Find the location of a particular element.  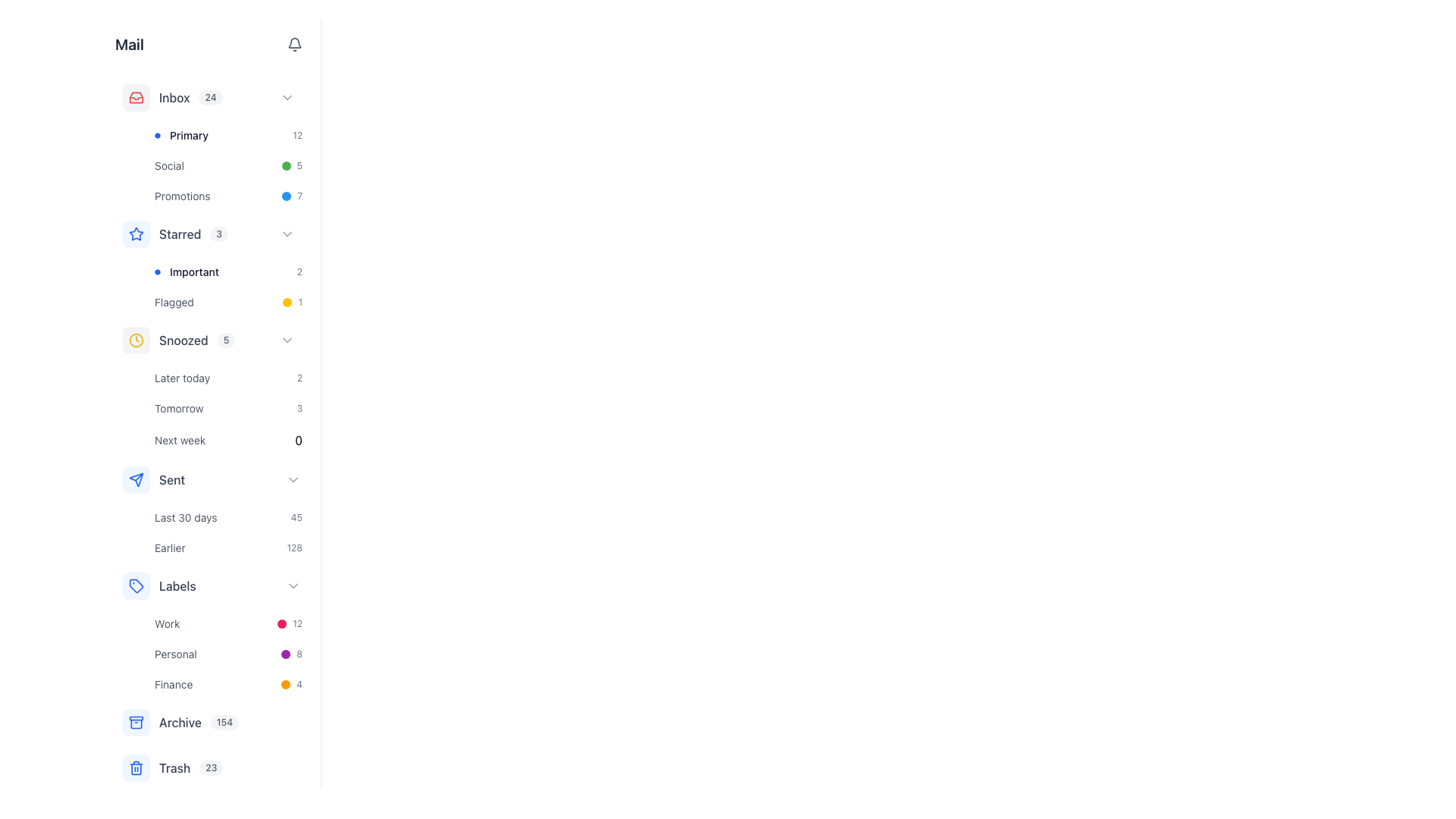

the small text label displaying the number '7' in a grayish hue, located to the right of a blue circular dot in the 'Primary' section of email categories is located at coordinates (300, 195).